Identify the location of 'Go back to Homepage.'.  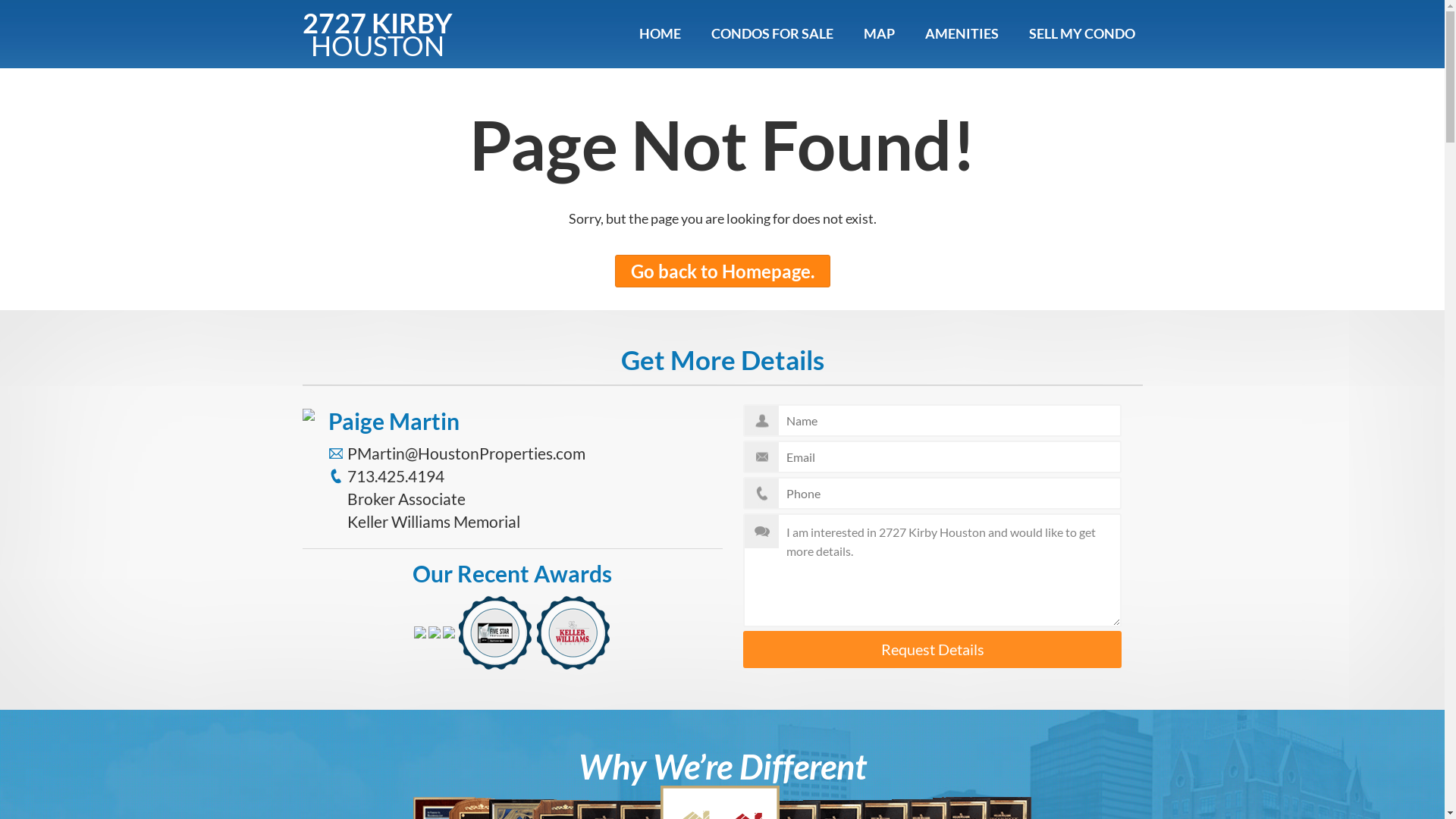
(720, 270).